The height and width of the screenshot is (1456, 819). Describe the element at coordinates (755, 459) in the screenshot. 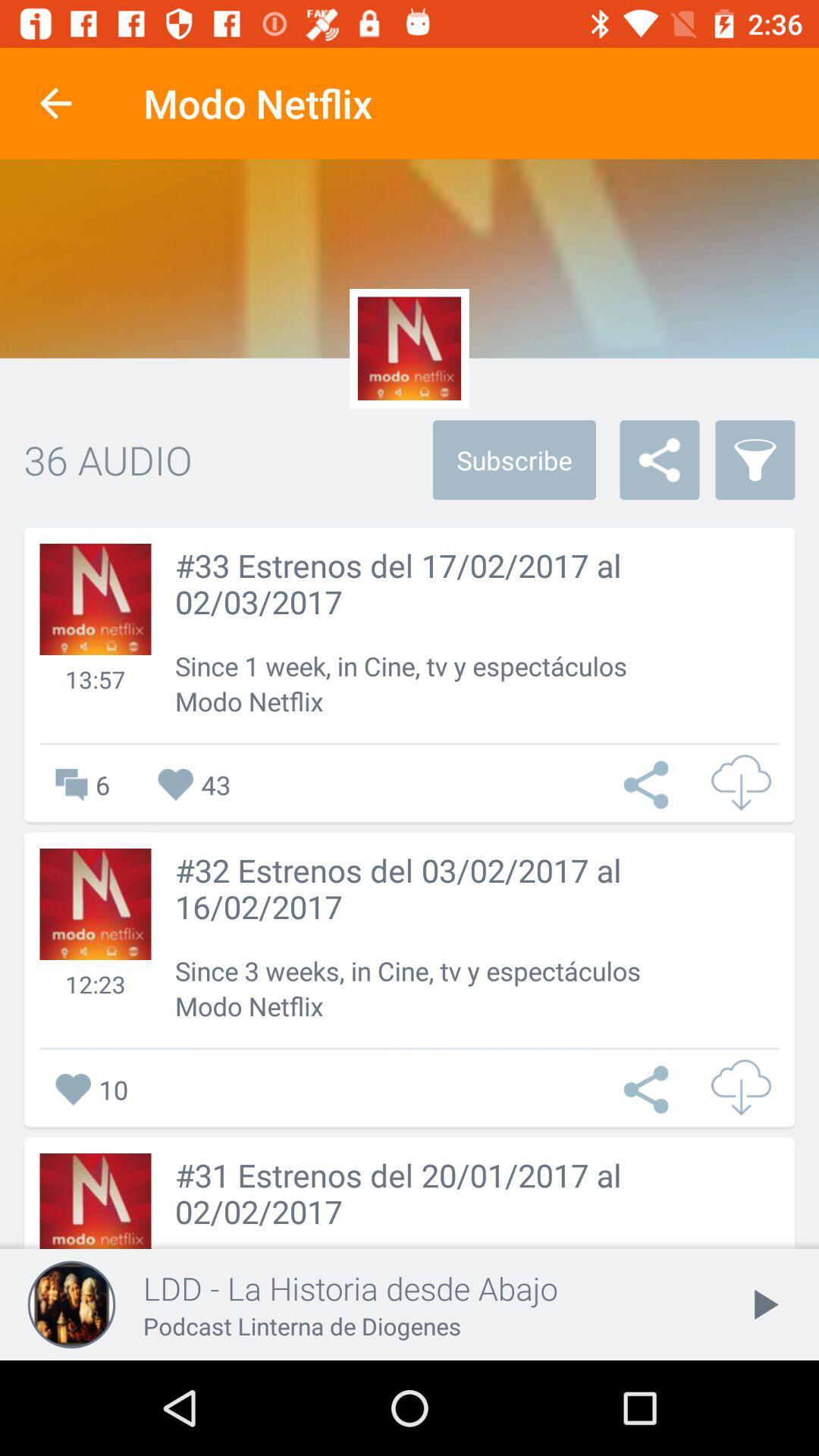

I see `icon above the 33 estrenos del item` at that location.